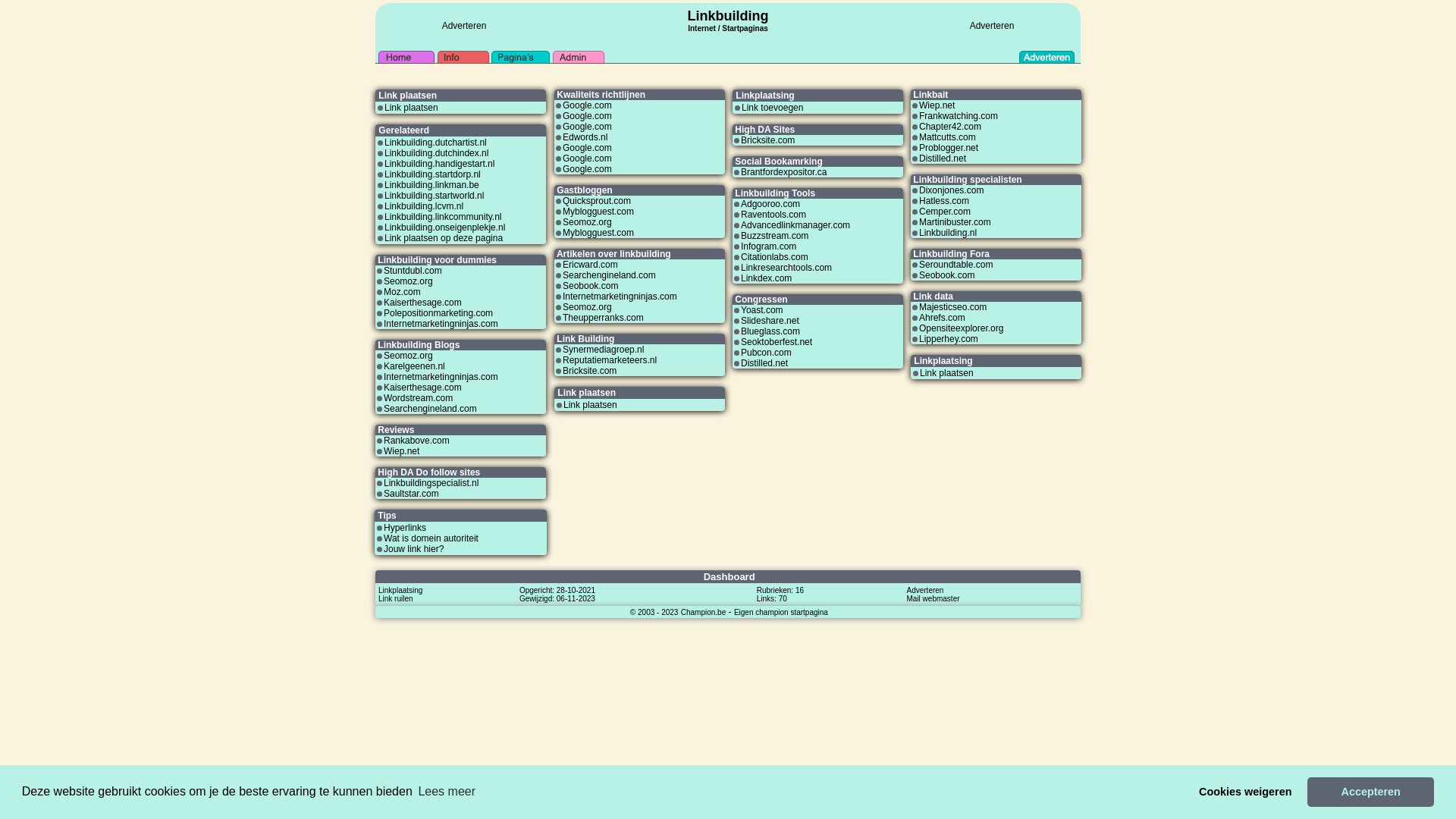  I want to click on 'Citationlabs.com', so click(774, 256).